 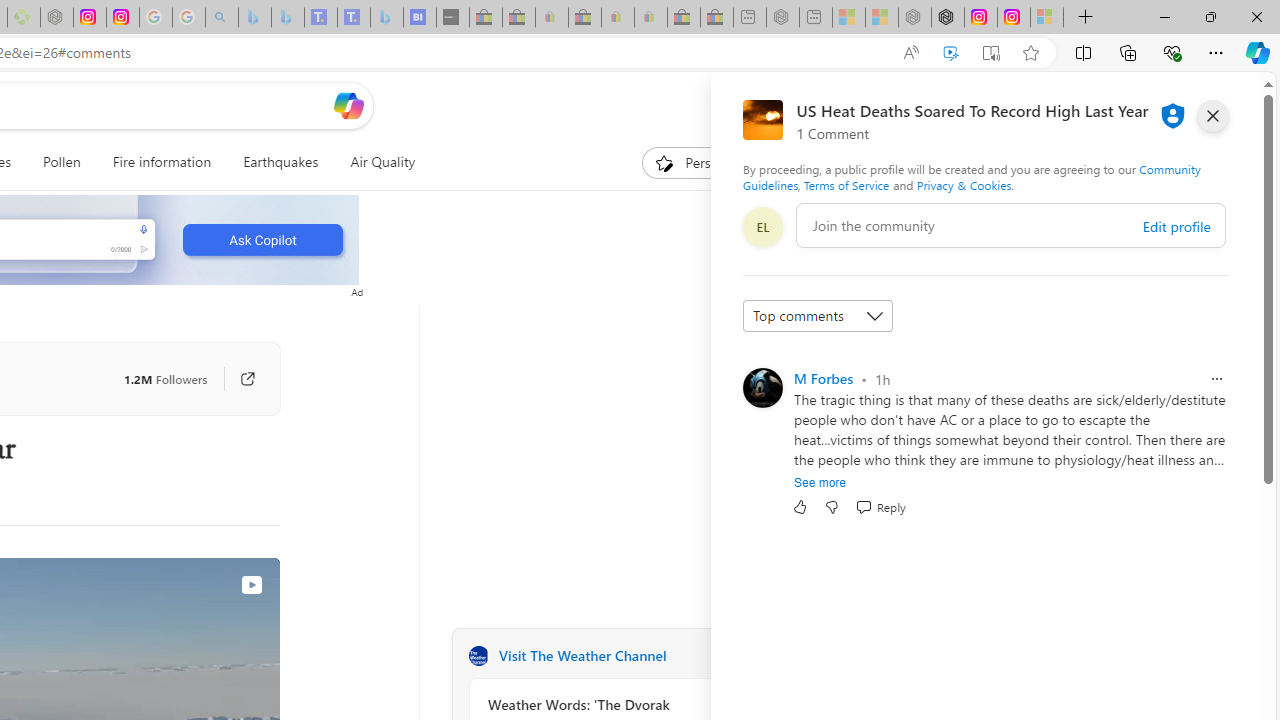 What do you see at coordinates (387, 17) in the screenshot?
I see `'Microsoft Bing Travel - Shangri-La Hotel Bangkok - Sleeping'` at bounding box center [387, 17].